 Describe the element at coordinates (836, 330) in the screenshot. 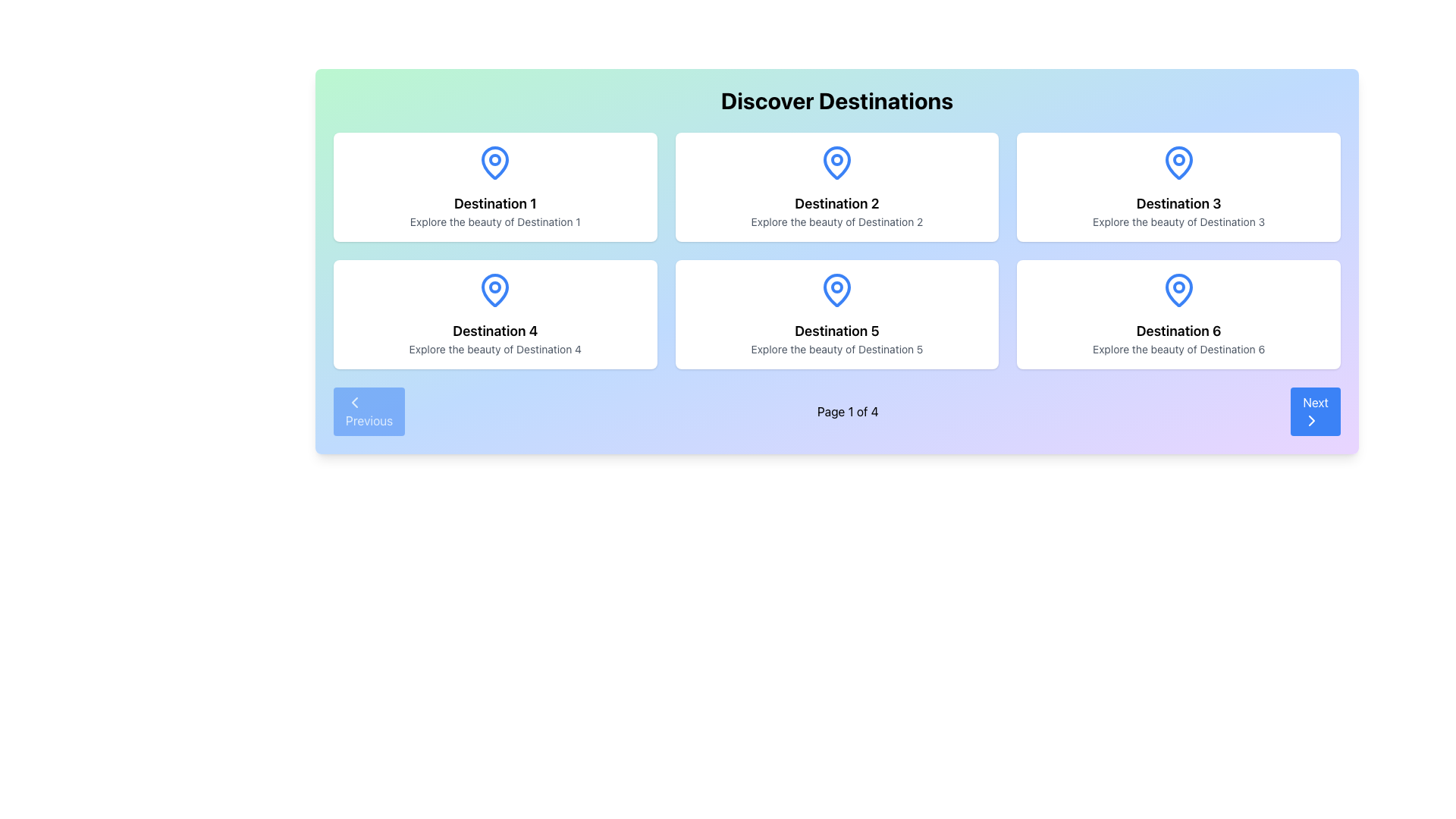

I see `the bold text label reading 'Destination 5', which is prominently displayed in a white rectangular card, positioned in the second row and second column of a grid layout` at that location.